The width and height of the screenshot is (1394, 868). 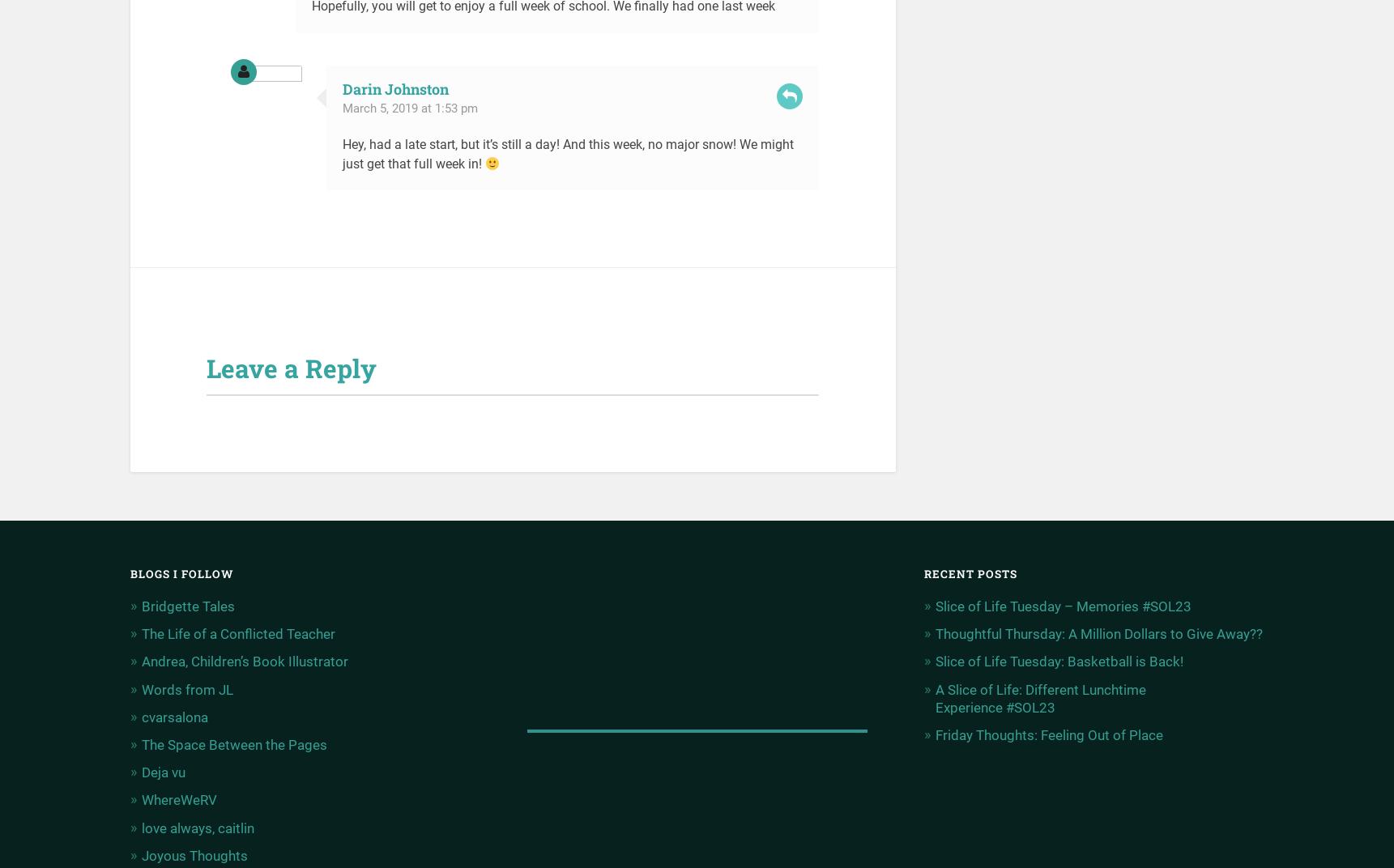 I want to click on 'March 5, 2019 at 1:53 pm', so click(x=340, y=108).